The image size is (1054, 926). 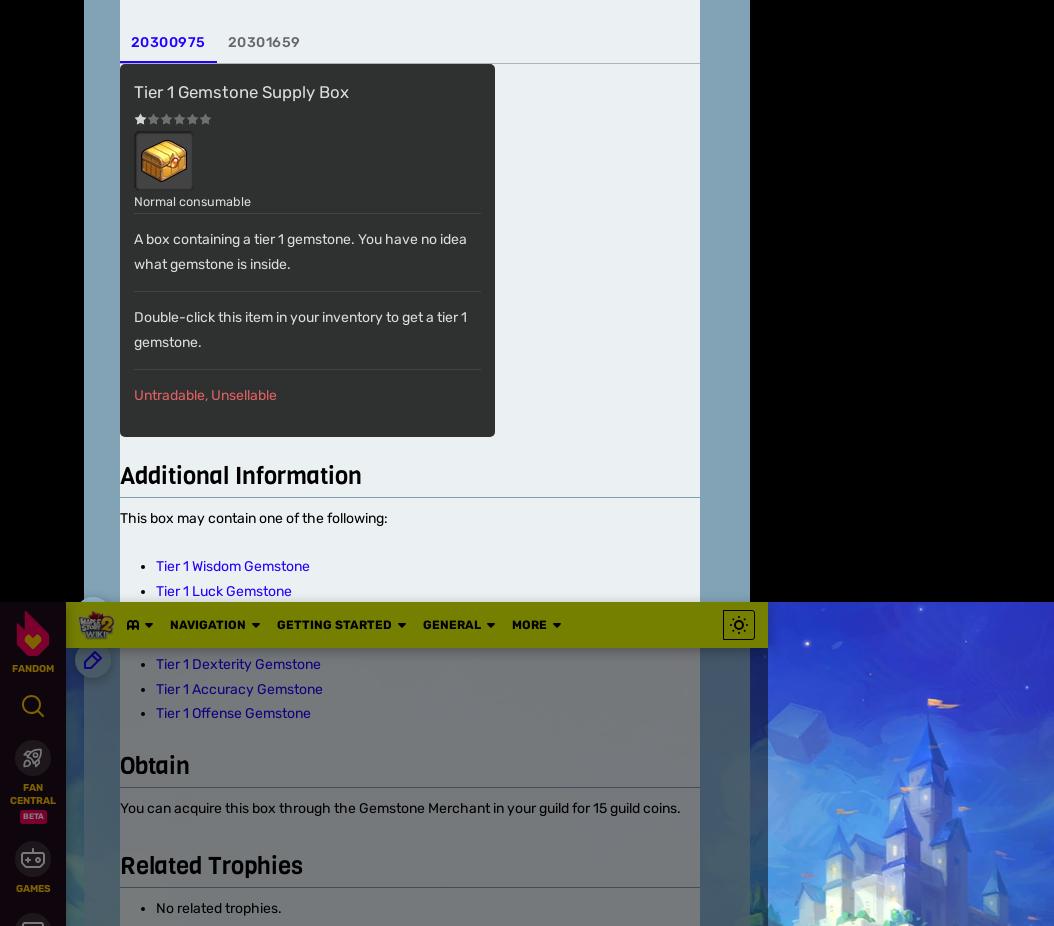 What do you see at coordinates (83, 317) in the screenshot?
I see `'Fandom'` at bounding box center [83, 317].